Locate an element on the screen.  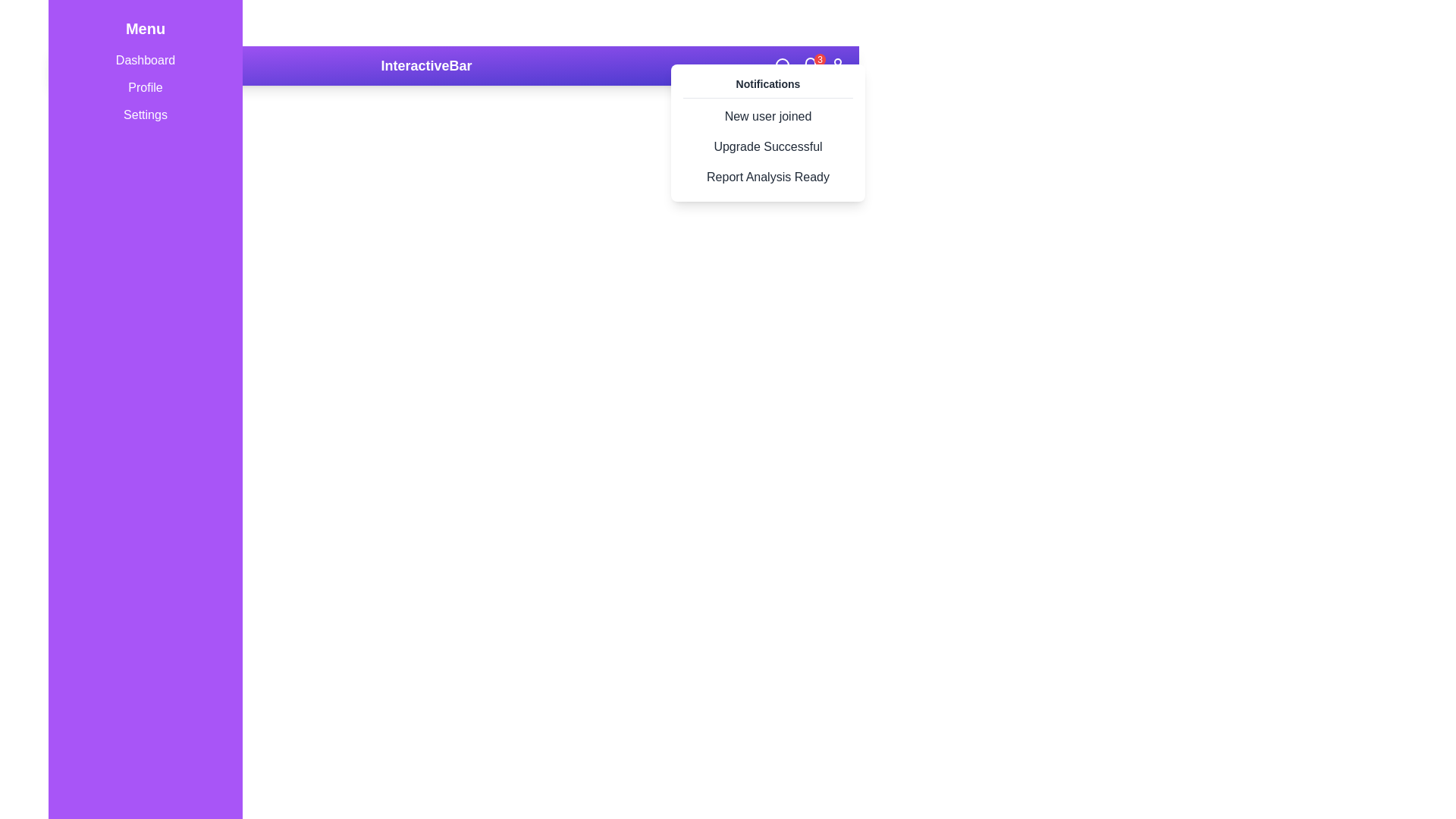
the third notification item in the vertical notification list, which provides information about the readiness of a report analysis is located at coordinates (767, 177).